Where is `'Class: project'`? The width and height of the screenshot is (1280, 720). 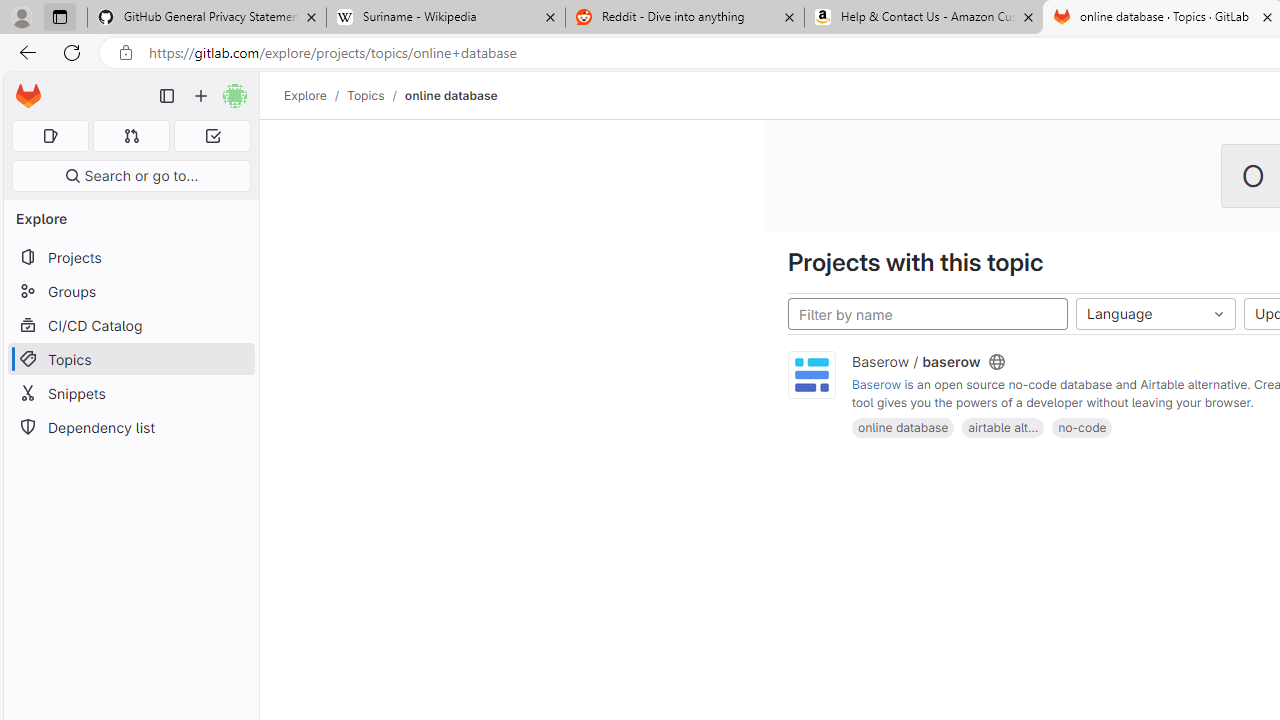
'Class: project' is located at coordinates (812, 375).